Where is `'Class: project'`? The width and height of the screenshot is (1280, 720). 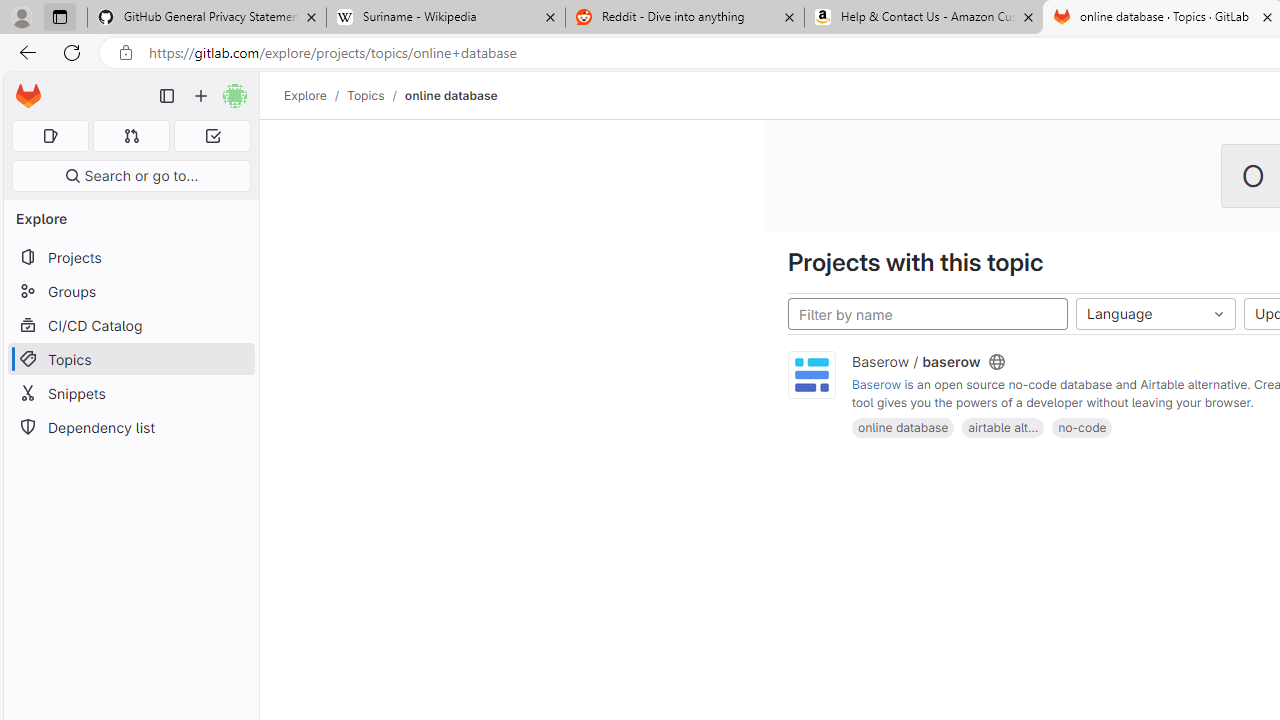
'Class: project' is located at coordinates (812, 375).